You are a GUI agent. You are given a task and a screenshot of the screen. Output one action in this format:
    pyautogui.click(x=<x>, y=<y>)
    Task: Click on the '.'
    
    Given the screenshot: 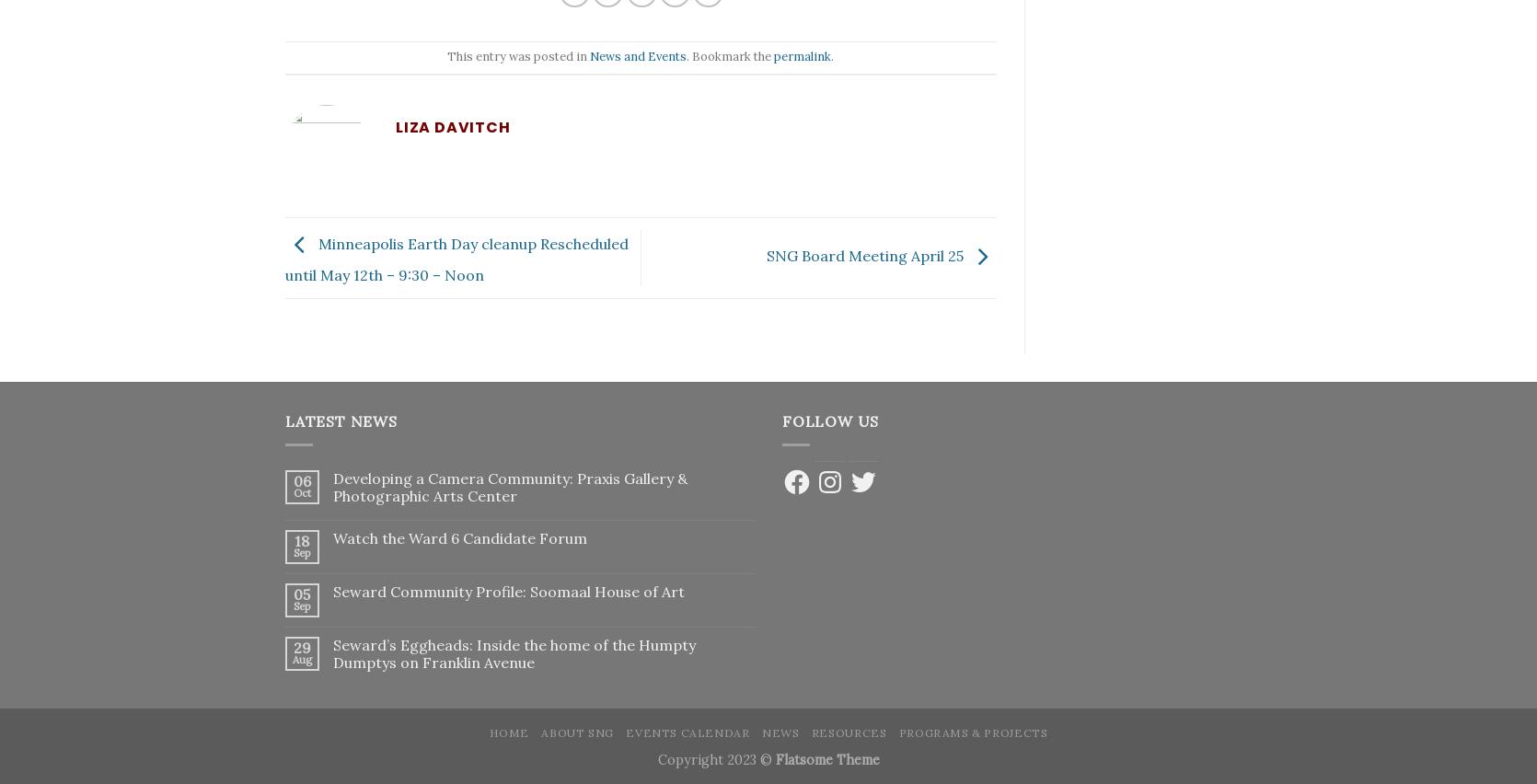 What is the action you would take?
    pyautogui.click(x=832, y=56)
    